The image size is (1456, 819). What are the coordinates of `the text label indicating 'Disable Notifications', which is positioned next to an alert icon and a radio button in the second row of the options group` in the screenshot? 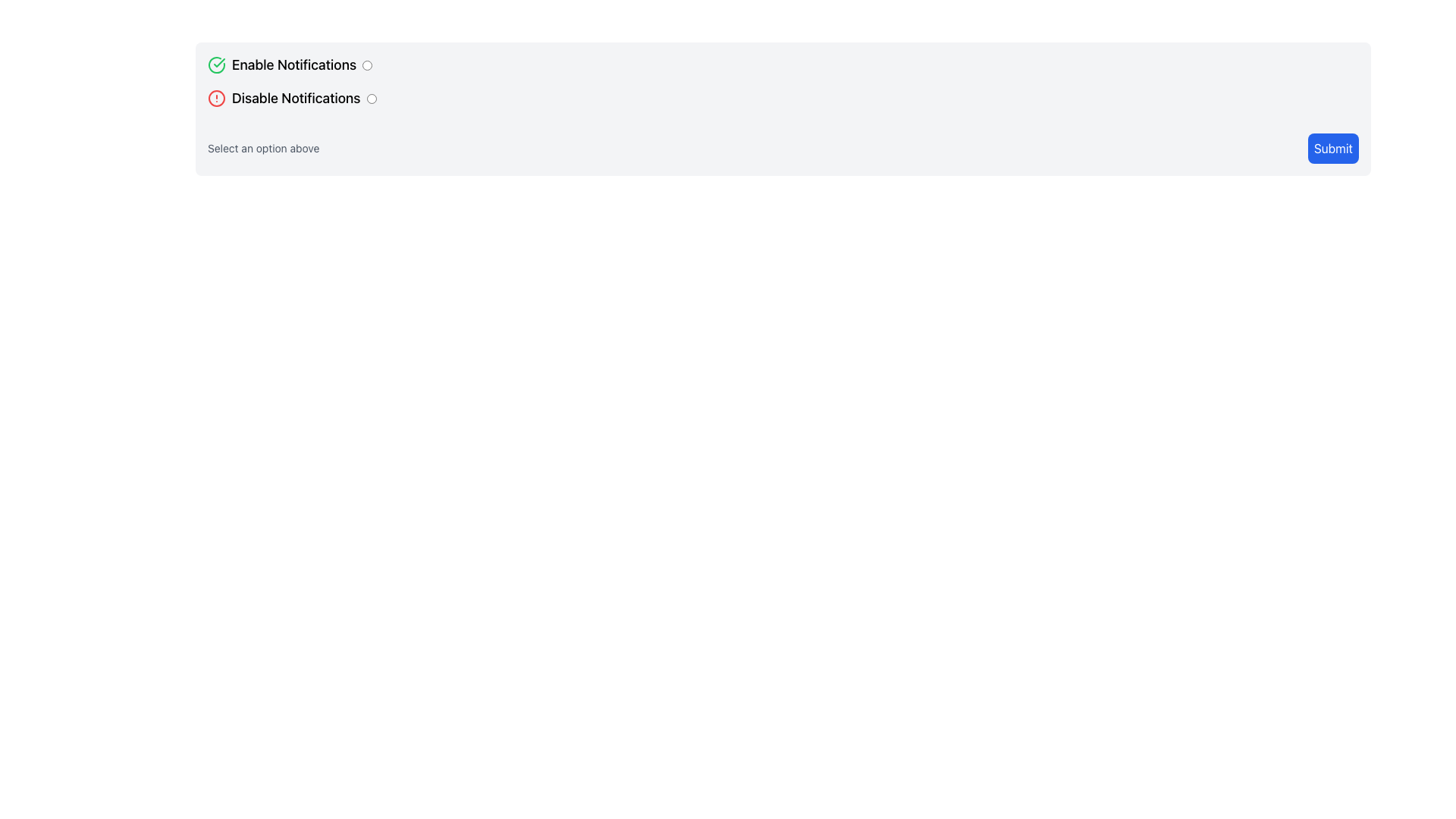 It's located at (296, 99).